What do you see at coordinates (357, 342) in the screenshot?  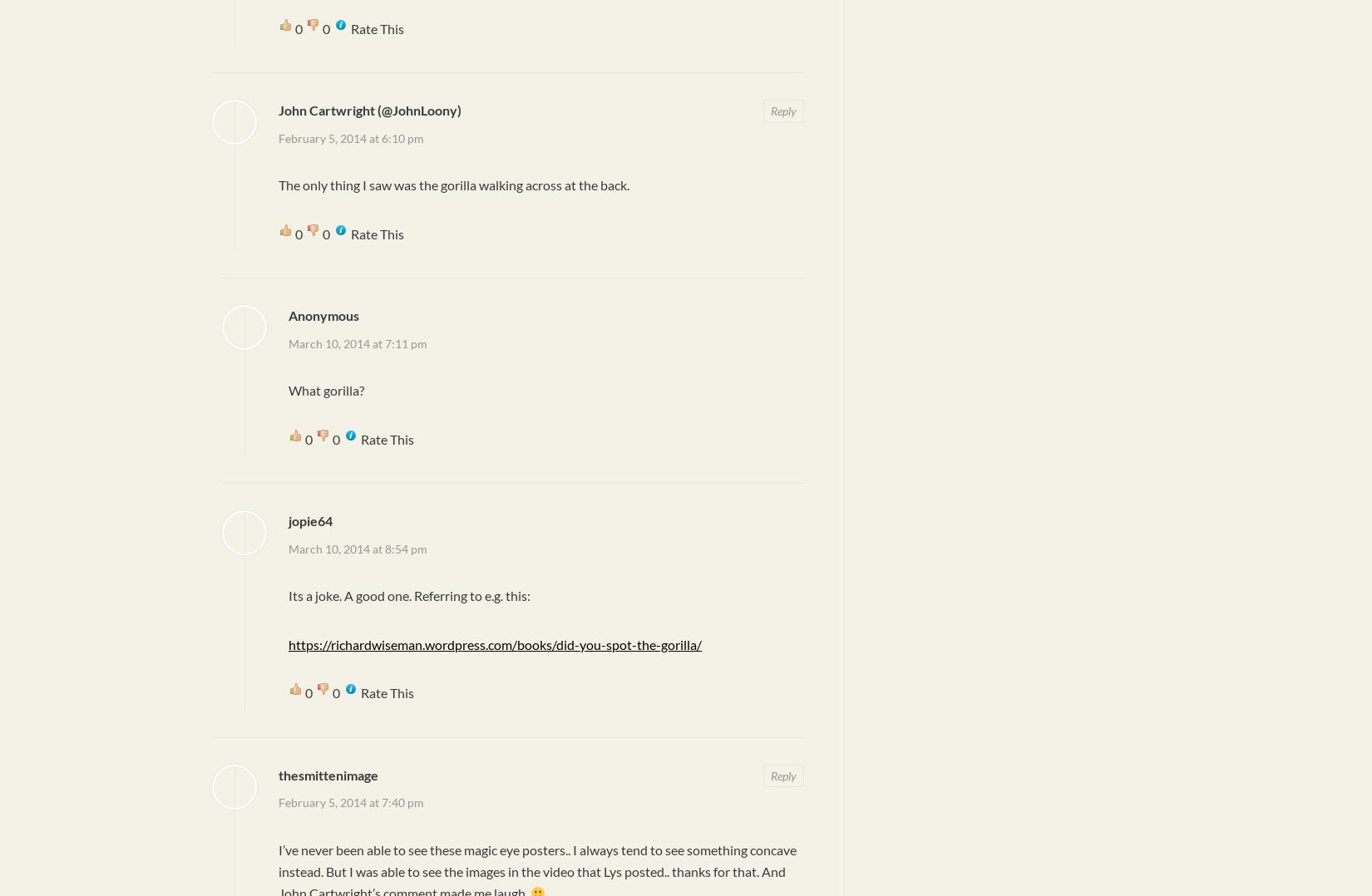 I see `'March 10, 2014 at 7:11 pm'` at bounding box center [357, 342].